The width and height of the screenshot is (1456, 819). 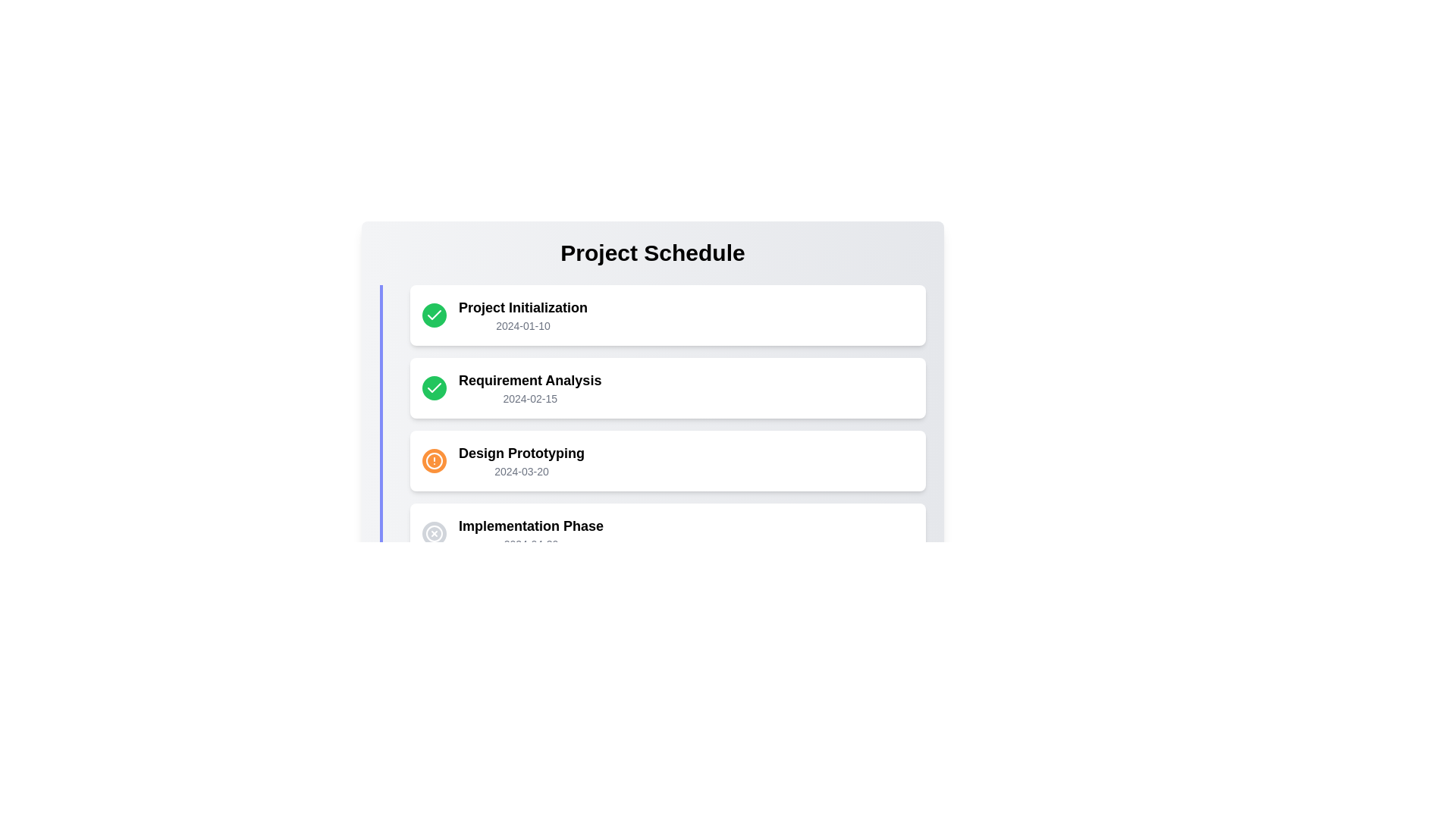 What do you see at coordinates (433, 460) in the screenshot?
I see `the circular icon with an orange background and white border, located in the 'Design Prototyping' row, third item in the project phases list` at bounding box center [433, 460].